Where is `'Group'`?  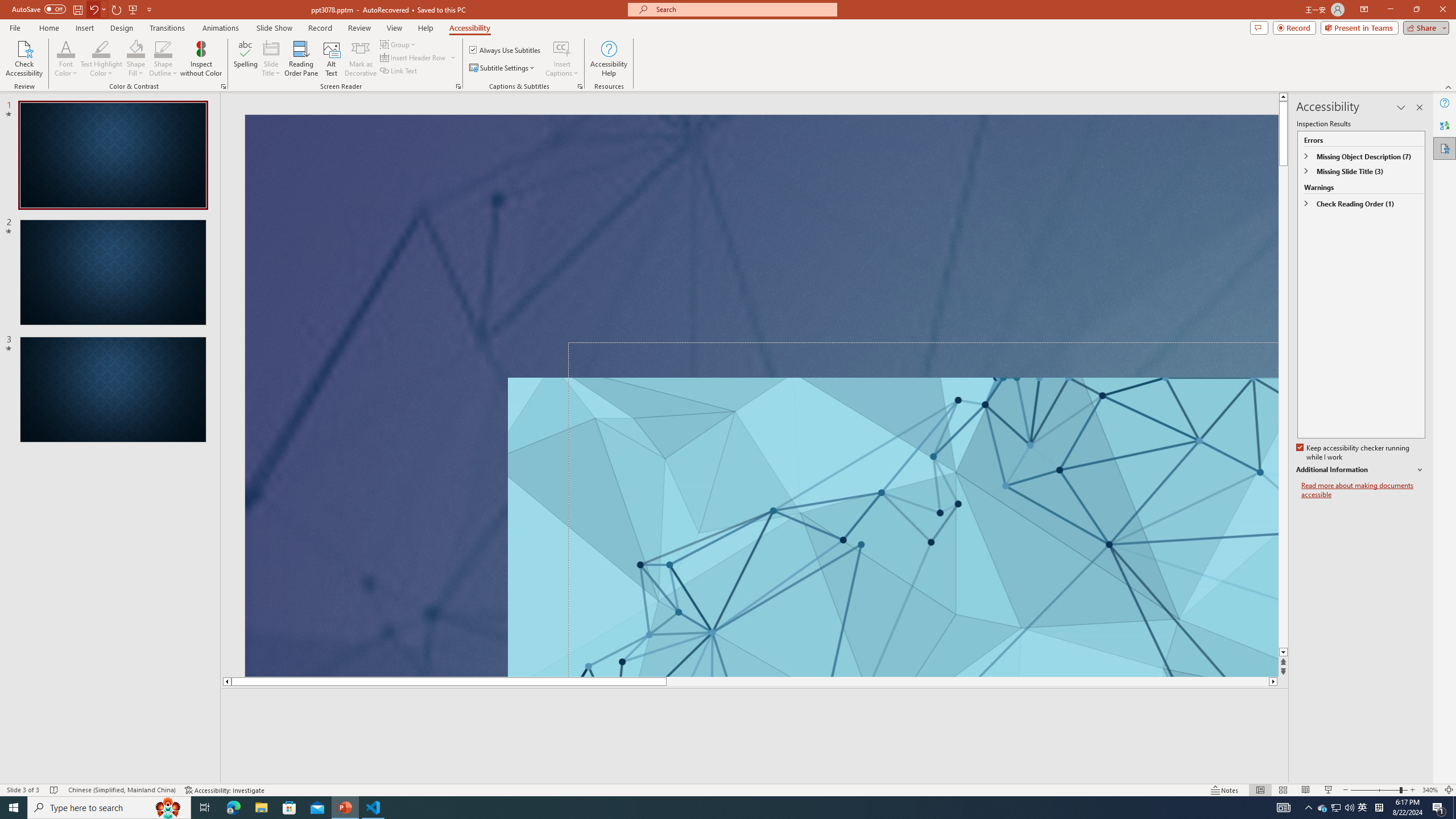
'Group' is located at coordinates (399, 44).